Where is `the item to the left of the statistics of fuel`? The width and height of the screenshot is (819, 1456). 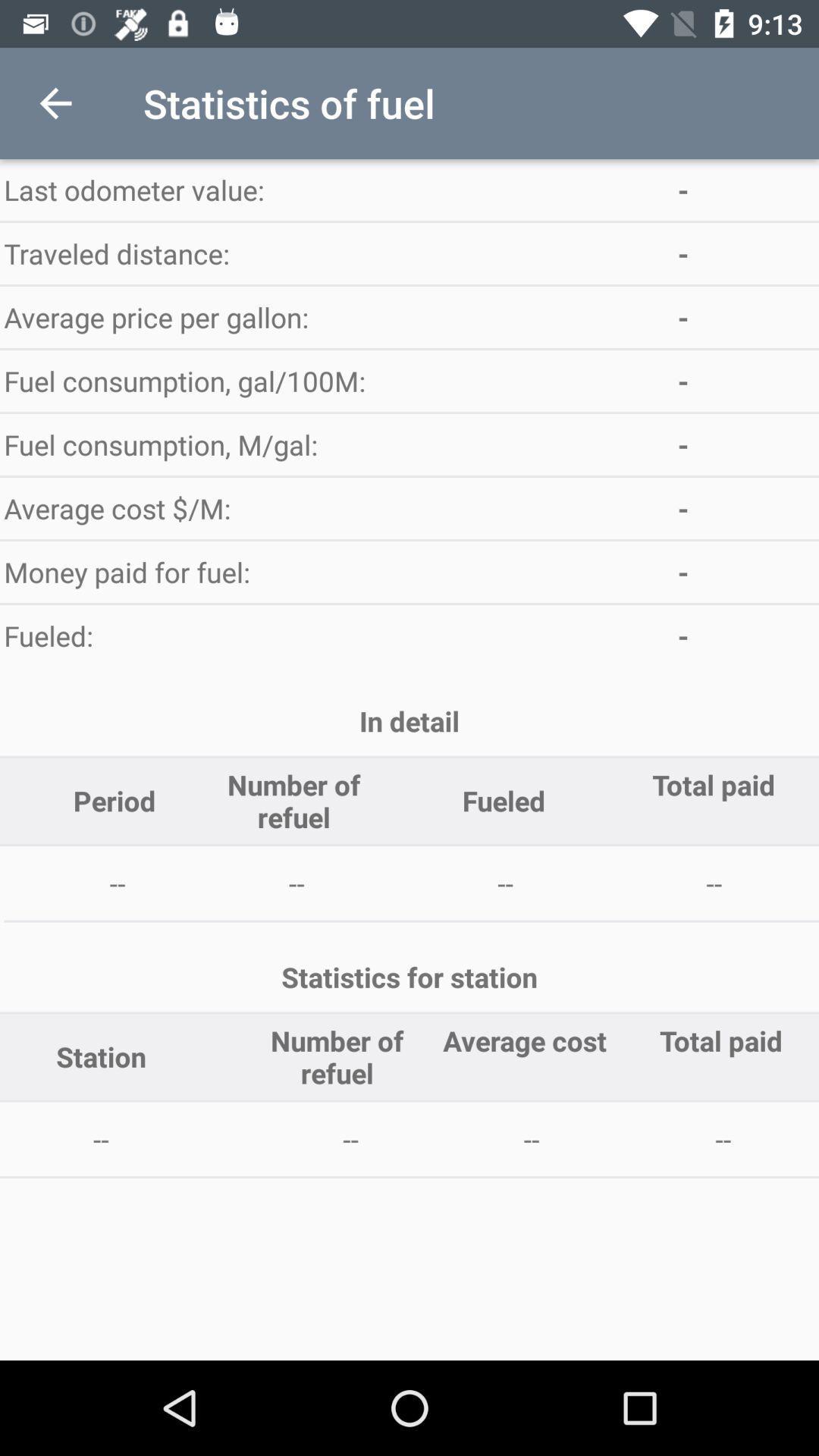
the item to the left of the statistics of fuel is located at coordinates (55, 102).